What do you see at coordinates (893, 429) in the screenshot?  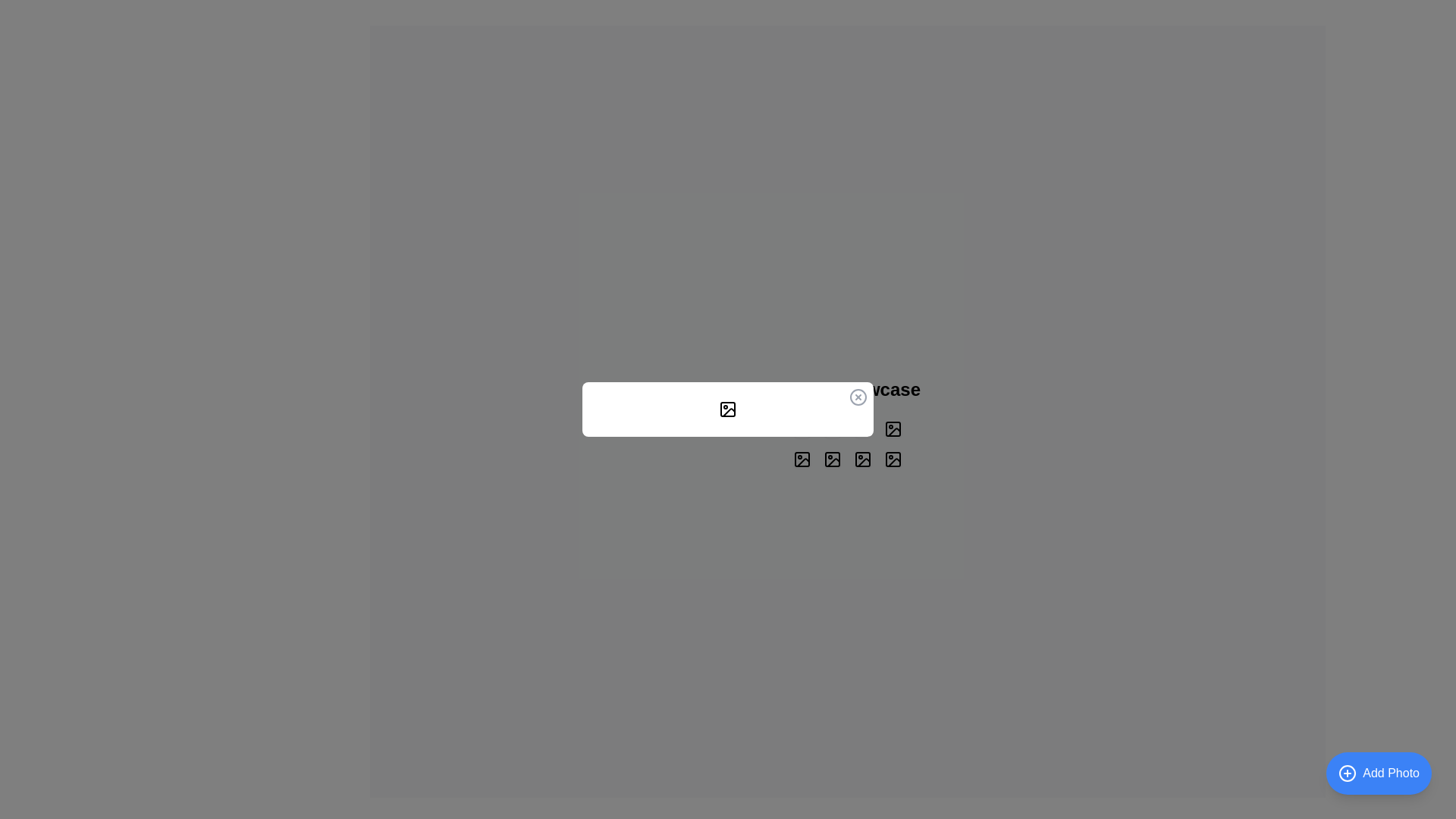 I see `the circular magnifying glass icon with a plus symbol in its center to zoom in` at bounding box center [893, 429].